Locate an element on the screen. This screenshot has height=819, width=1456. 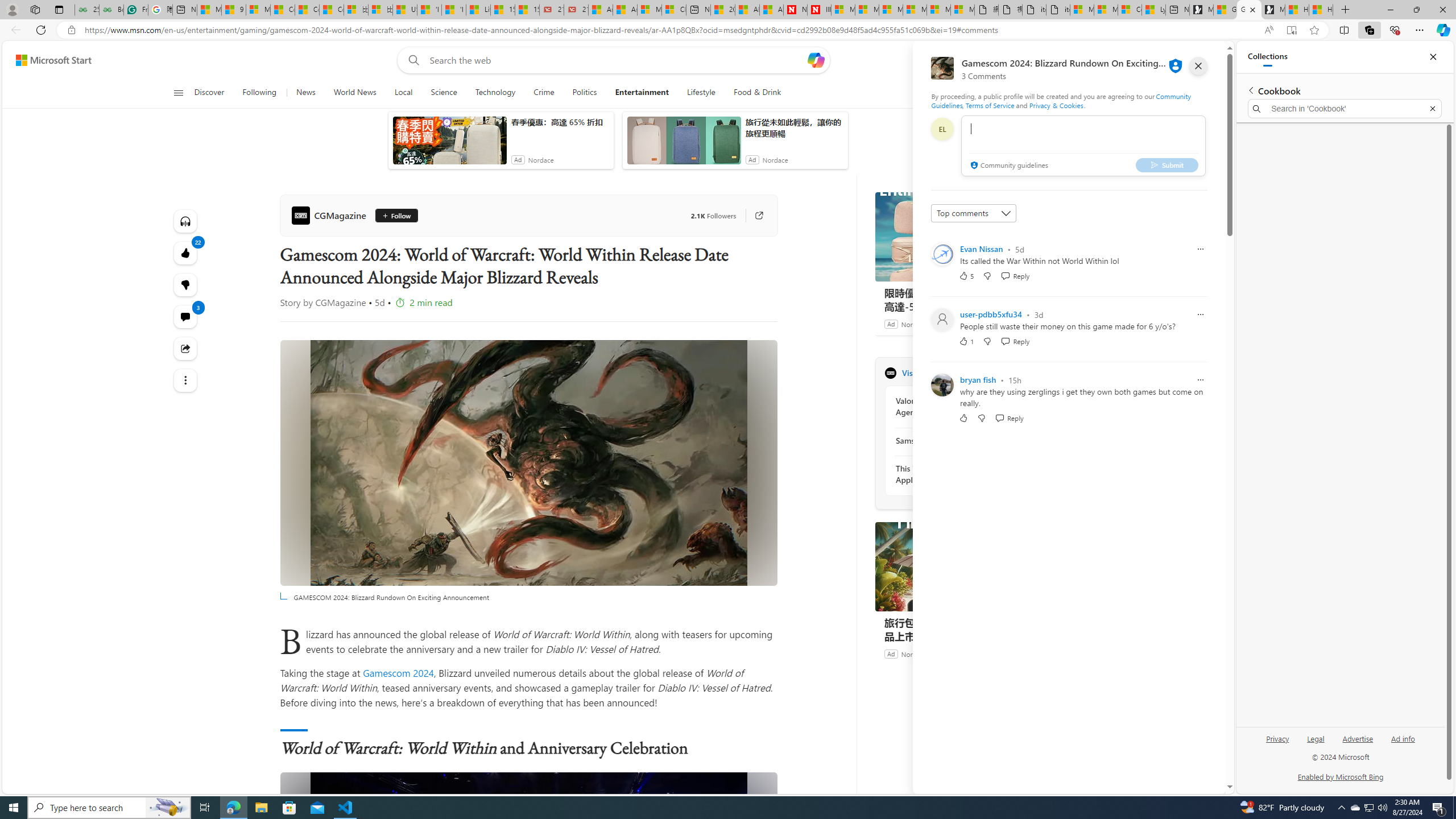
'Free AI Writing Assistance for Students | Grammarly' is located at coordinates (136, 9).